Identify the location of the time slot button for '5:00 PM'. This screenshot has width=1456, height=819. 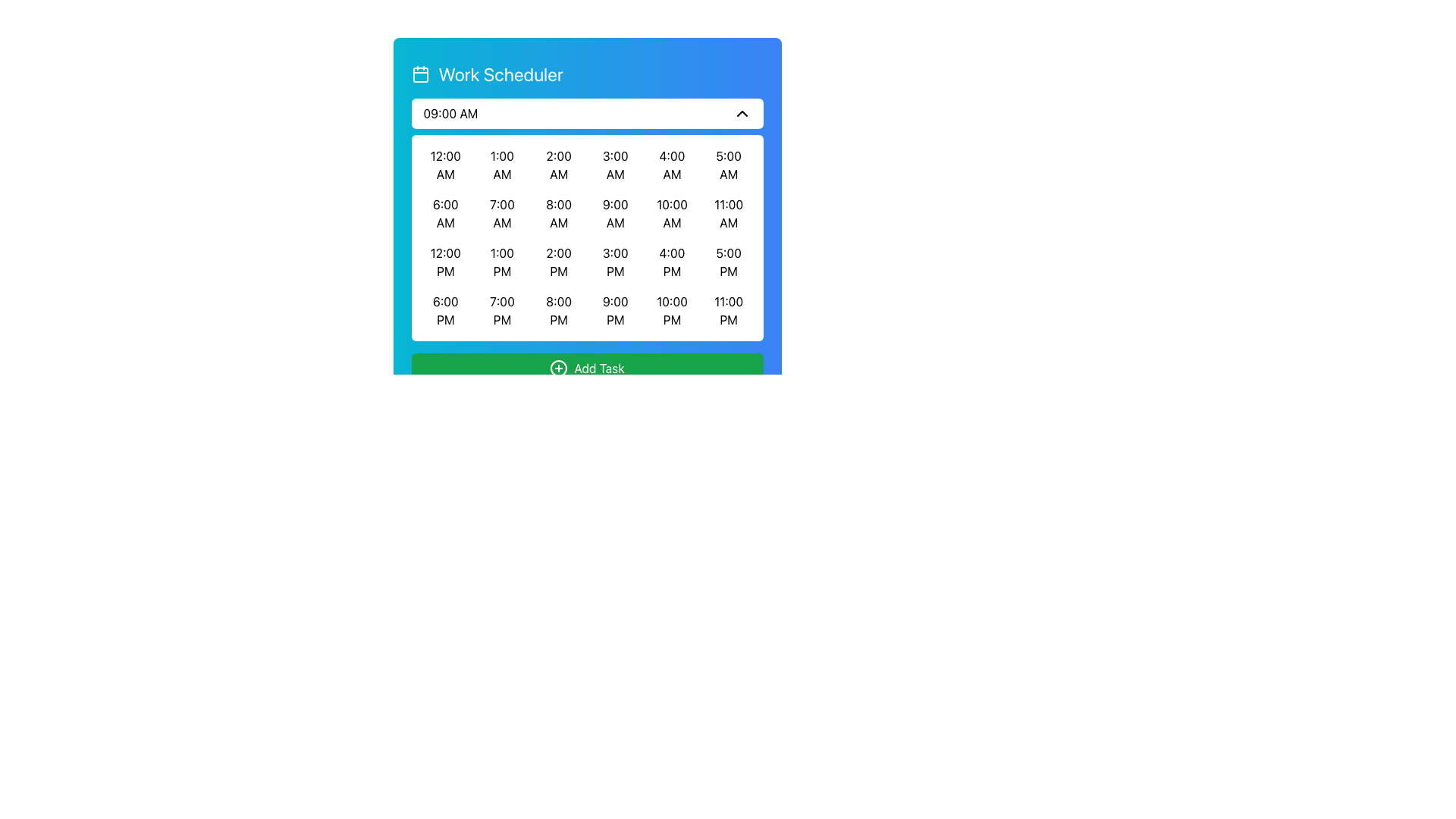
(729, 262).